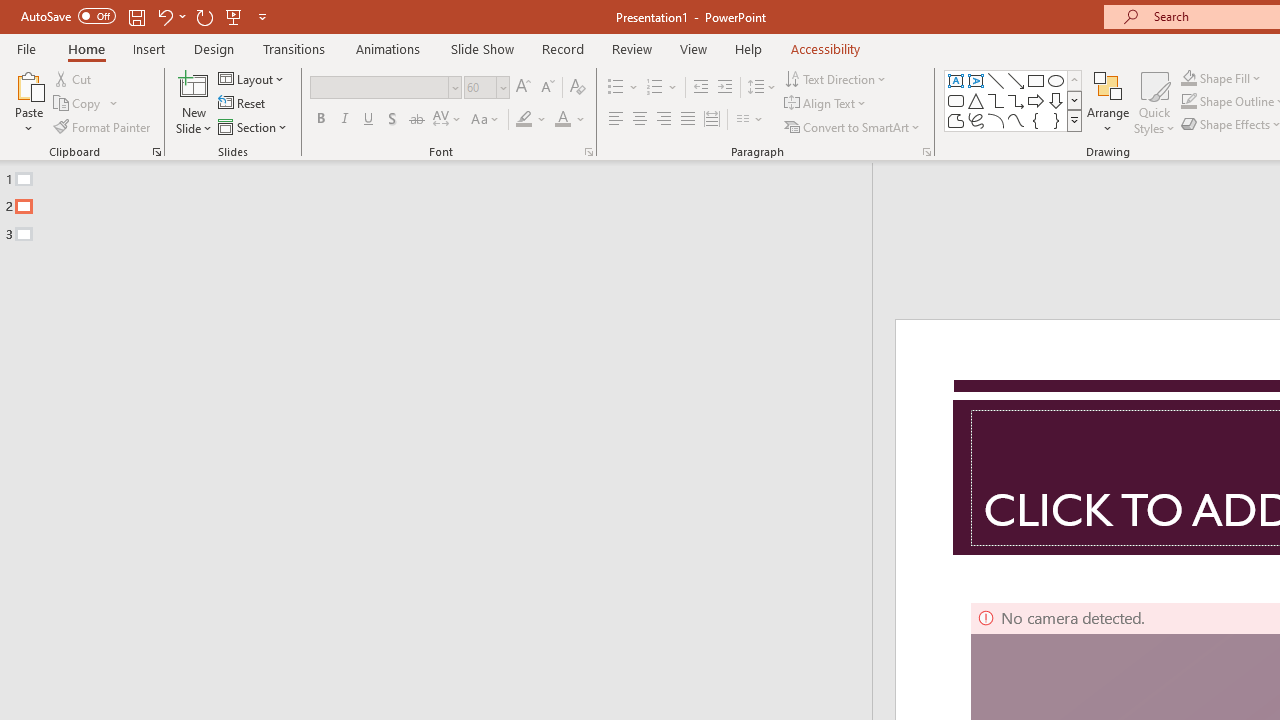 The image size is (1280, 720). Describe the element at coordinates (193, 103) in the screenshot. I see `'New Slide'` at that location.